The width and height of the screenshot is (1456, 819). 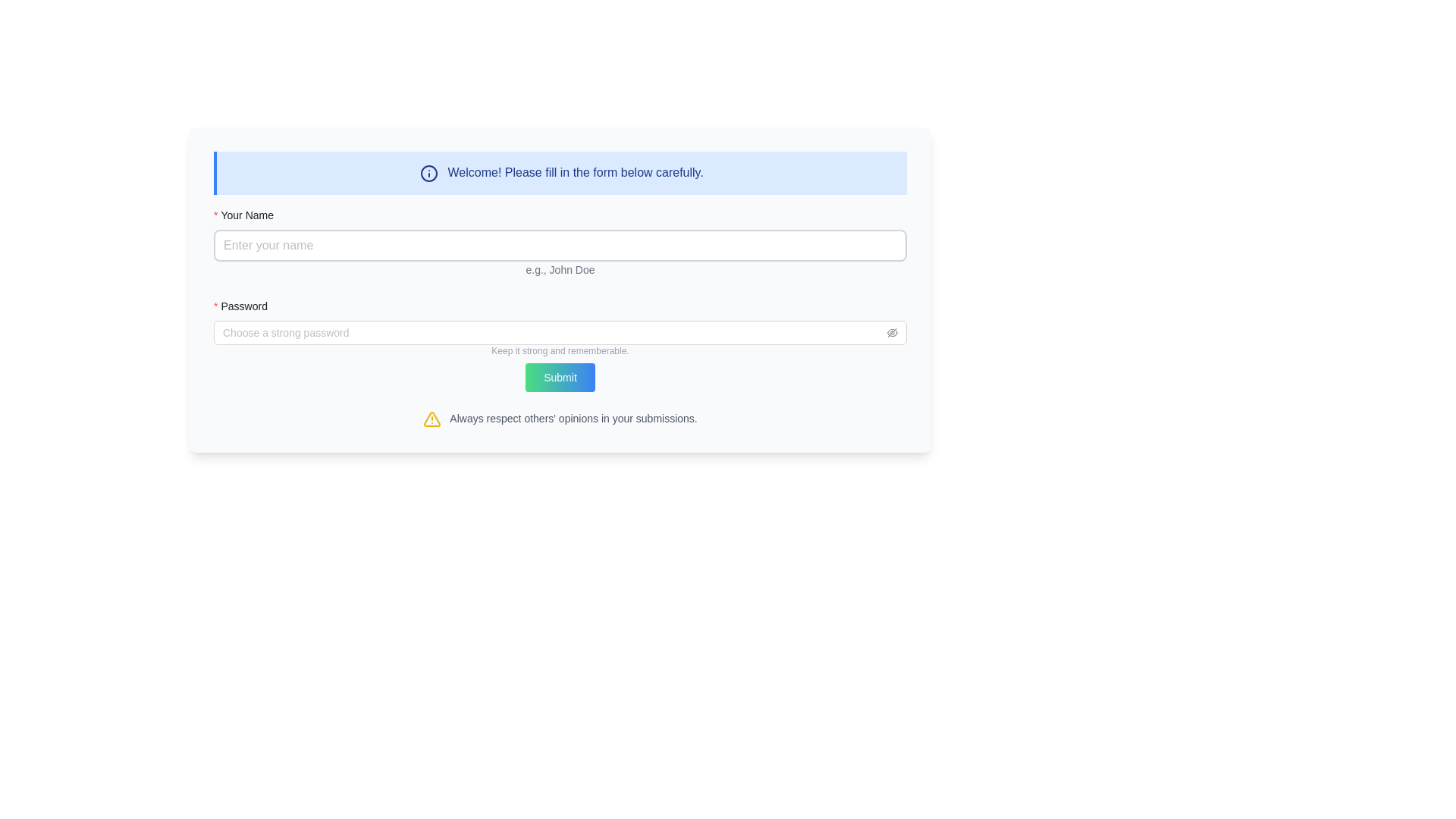 What do you see at coordinates (428, 172) in the screenshot?
I see `the circular information icon with a blue outline located to the left of the text 'Welcome! Please fill in the form below carefully.' in the blue-tinted message box at the top of the form` at bounding box center [428, 172].